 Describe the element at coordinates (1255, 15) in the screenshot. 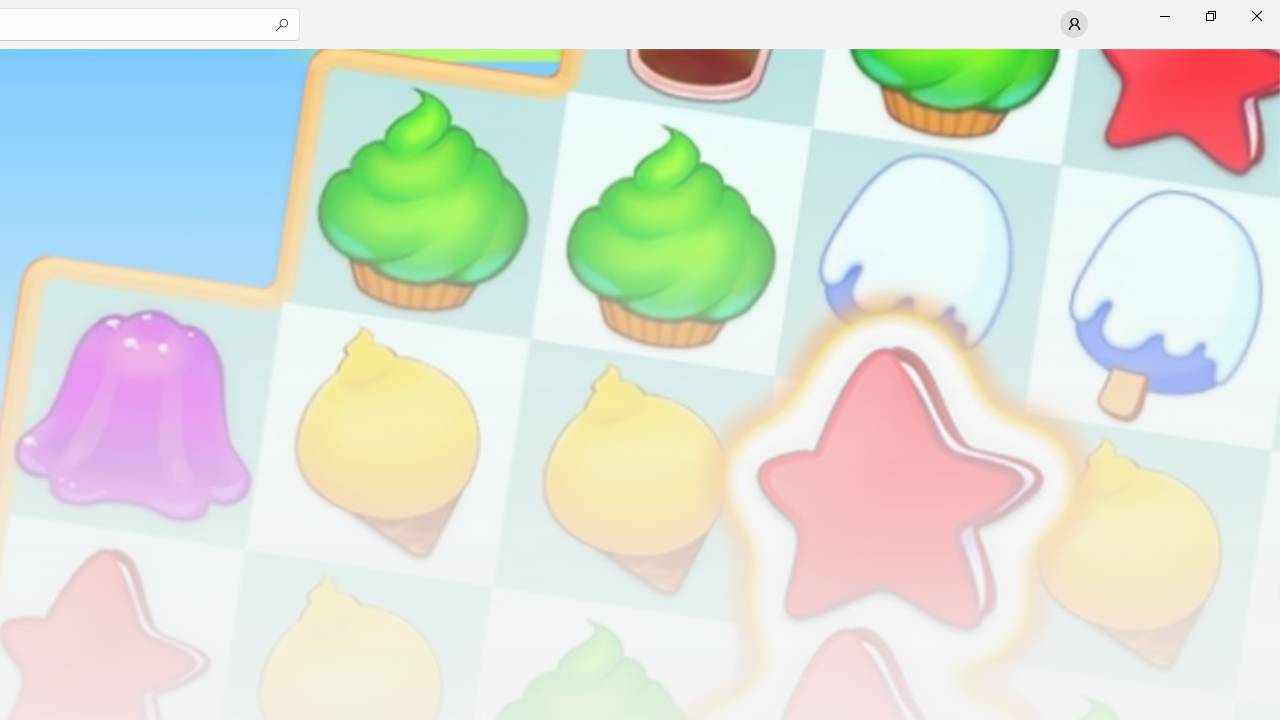

I see `'Close Microsoft Store'` at that location.